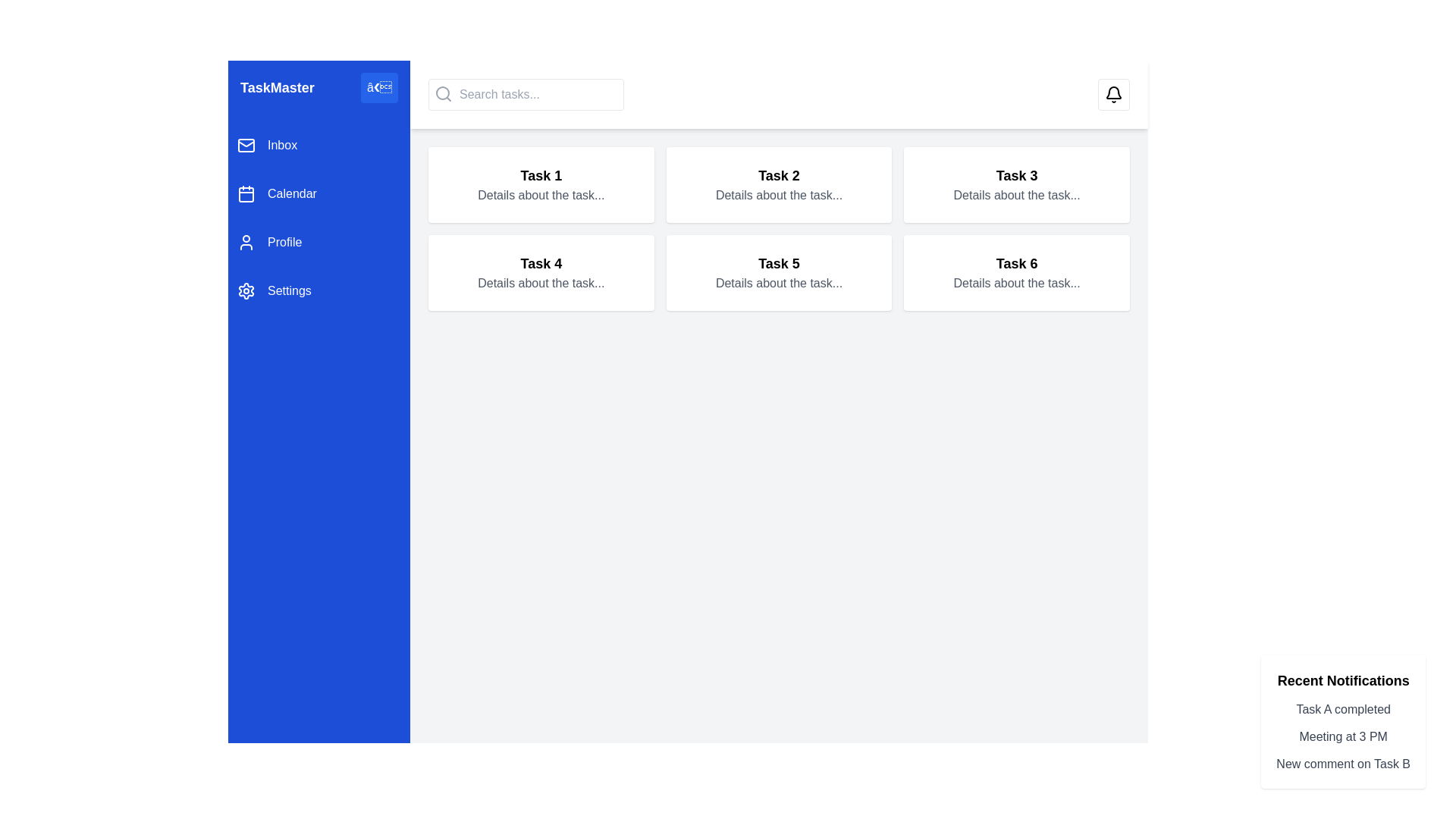  Describe the element at coordinates (292, 193) in the screenshot. I see `the 'Calendar' text label` at that location.